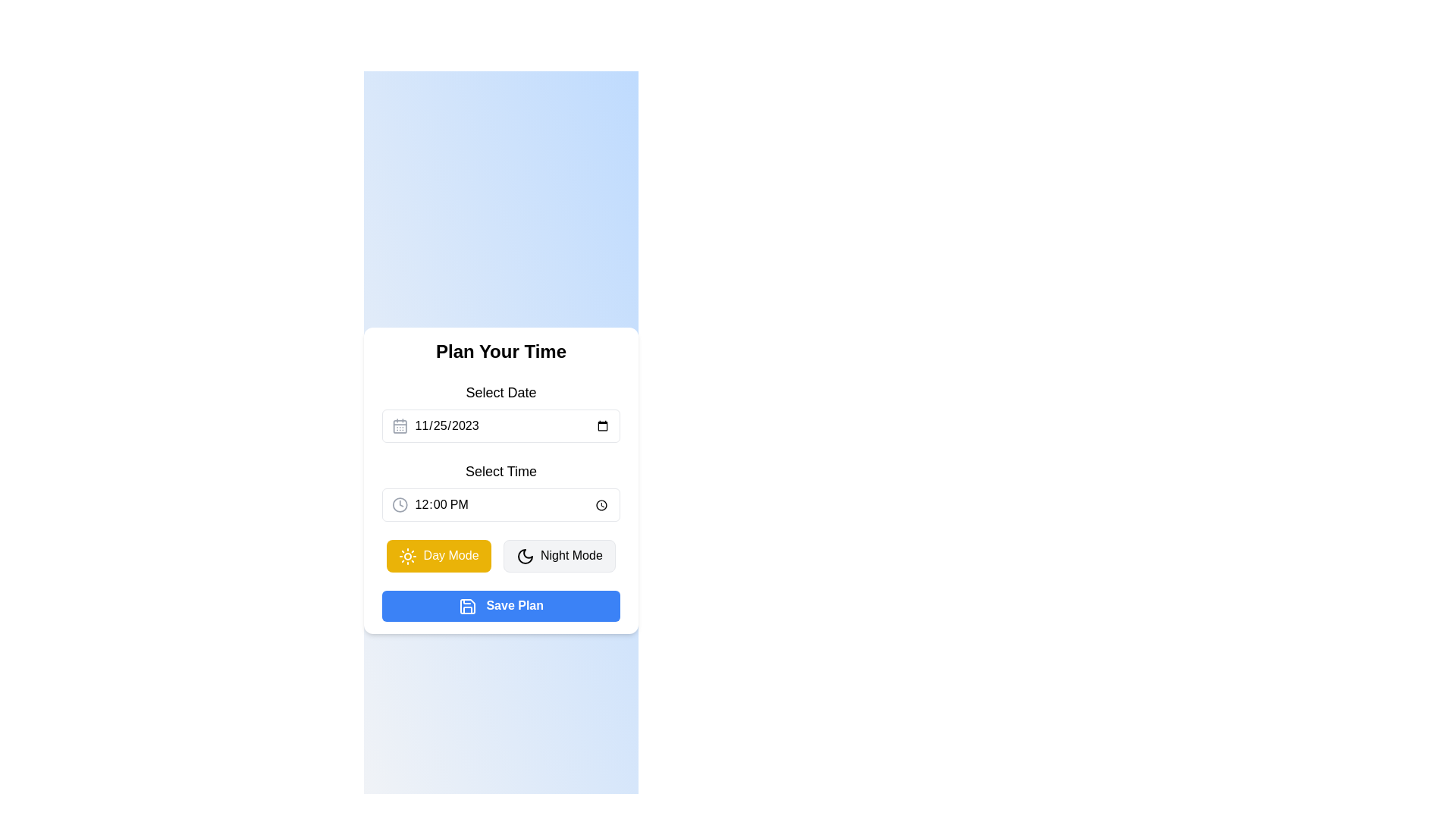 The height and width of the screenshot is (819, 1456). What do you see at coordinates (501, 604) in the screenshot?
I see `the 'Save Plan' button with a blue background and a floppy disk icon` at bounding box center [501, 604].